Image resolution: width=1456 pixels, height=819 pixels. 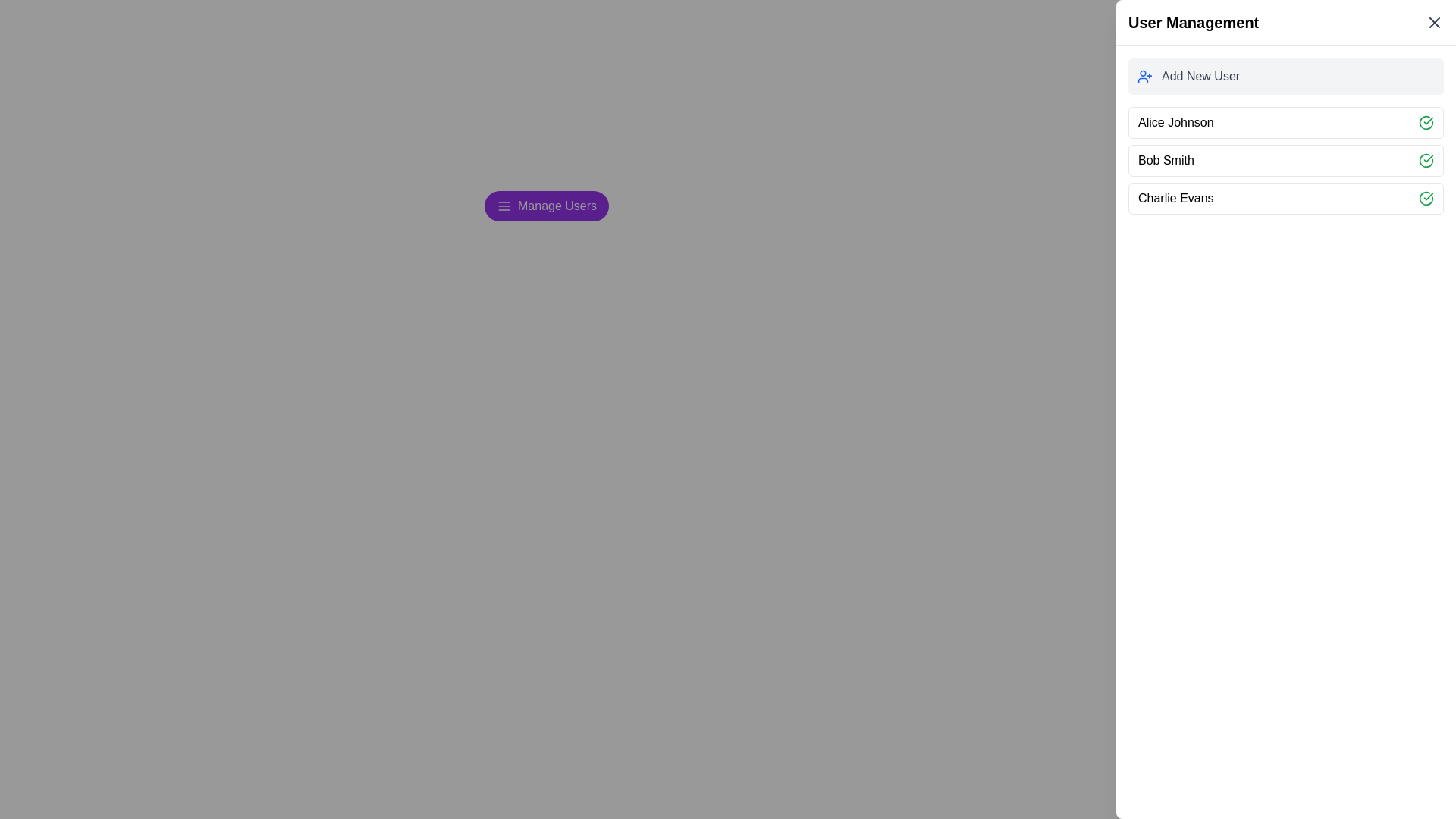 I want to click on the close button icon resembling an 'X' located in the top-right corner of the User Management panel to trigger the hover effect, so click(x=1433, y=23).